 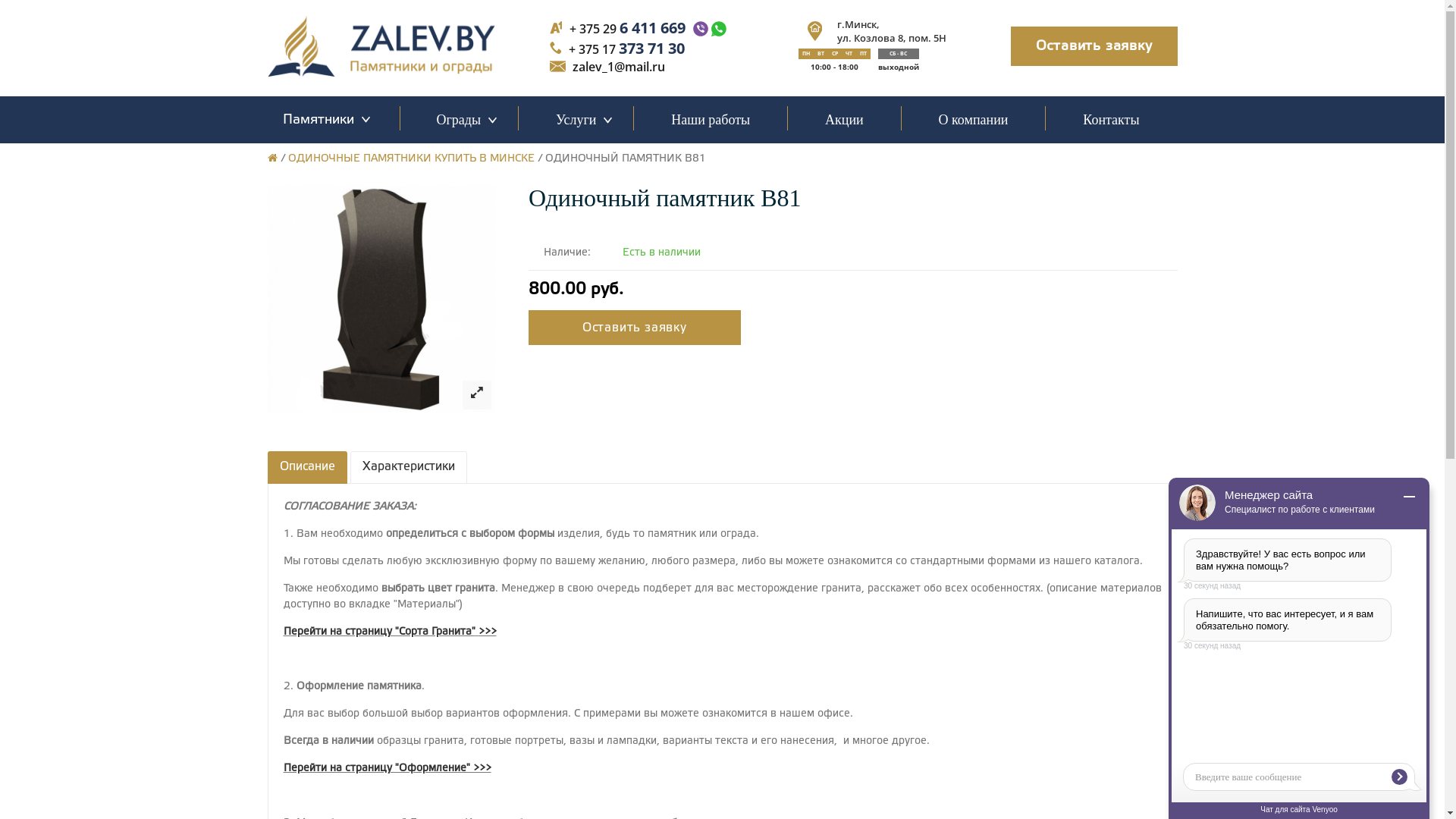 What do you see at coordinates (627, 27) in the screenshot?
I see `'+ 375 29 6 411 669'` at bounding box center [627, 27].